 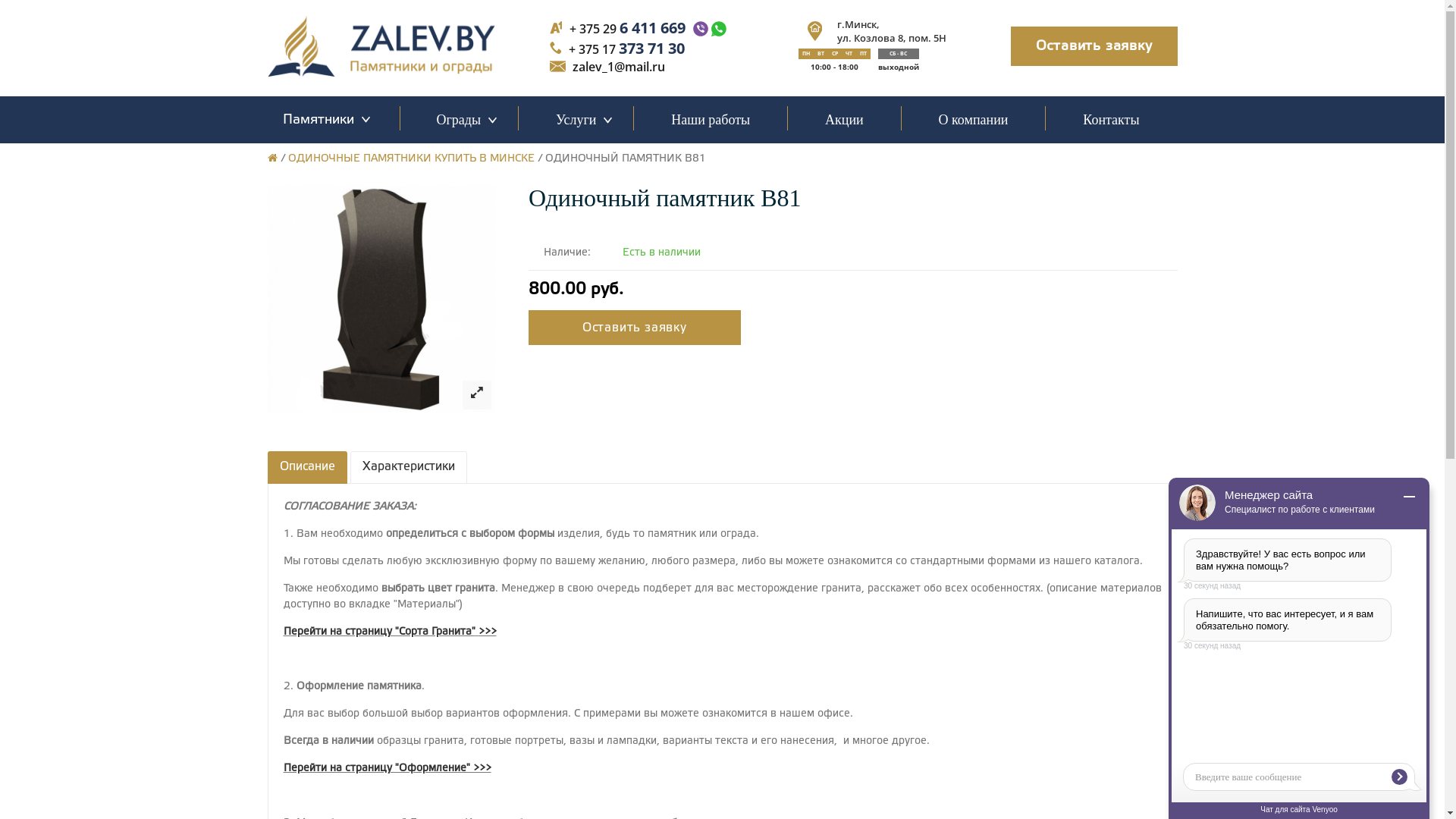 What do you see at coordinates (627, 27) in the screenshot?
I see `'+ 375 29 6 411 669'` at bounding box center [627, 27].